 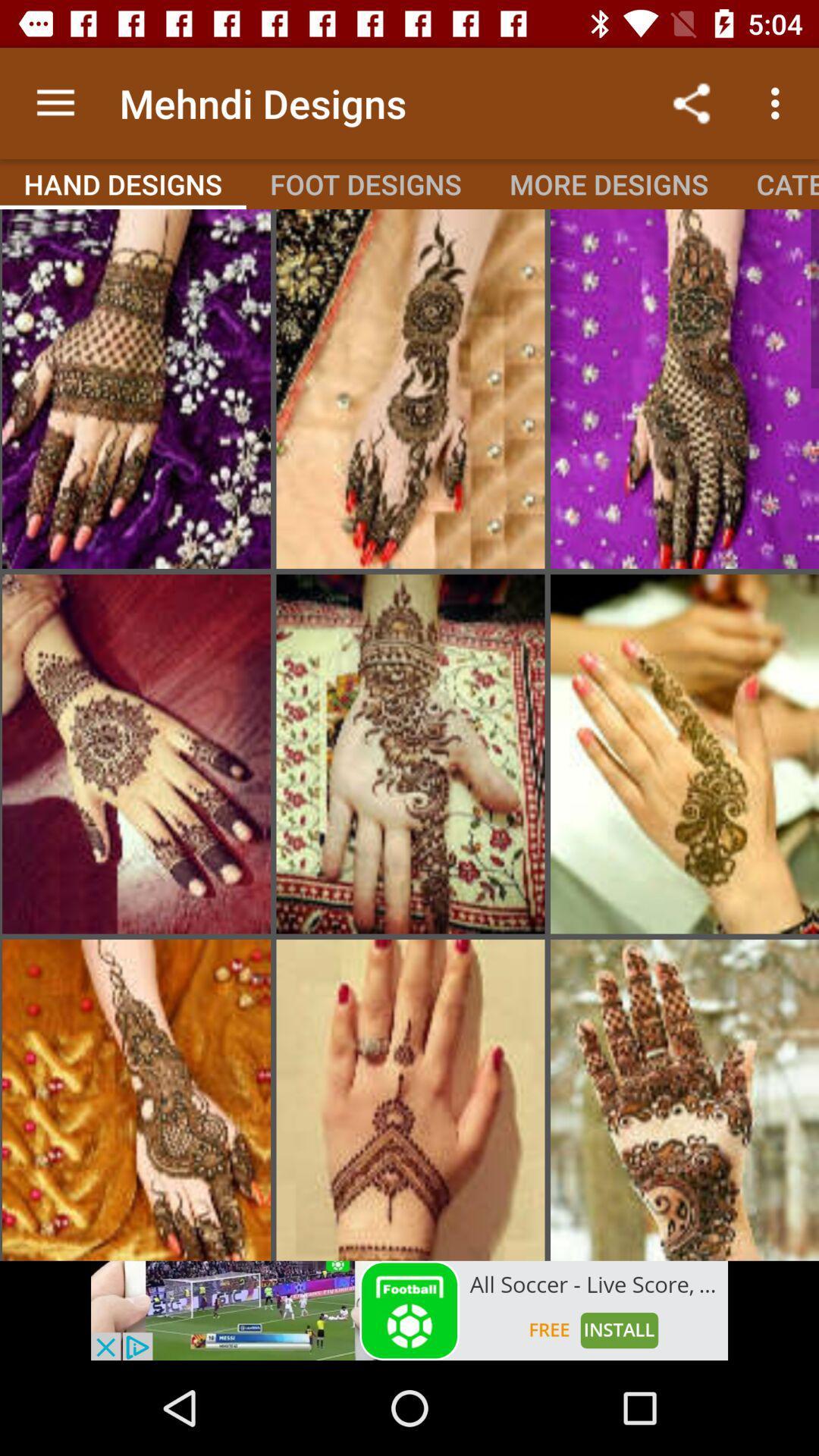 I want to click on that photo, so click(x=136, y=389).